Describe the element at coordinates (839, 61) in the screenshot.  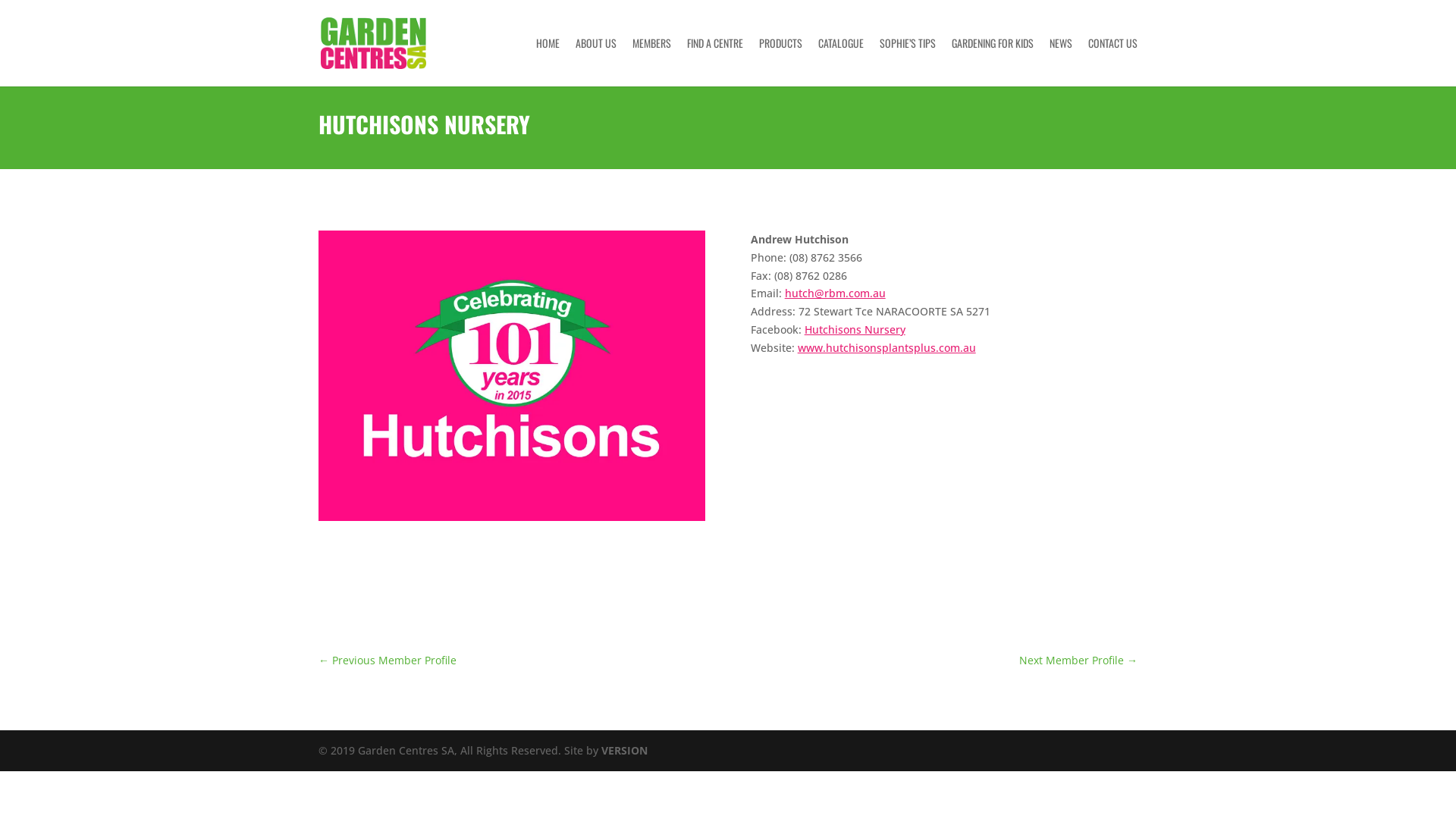
I see `'CATALOGUE'` at that location.